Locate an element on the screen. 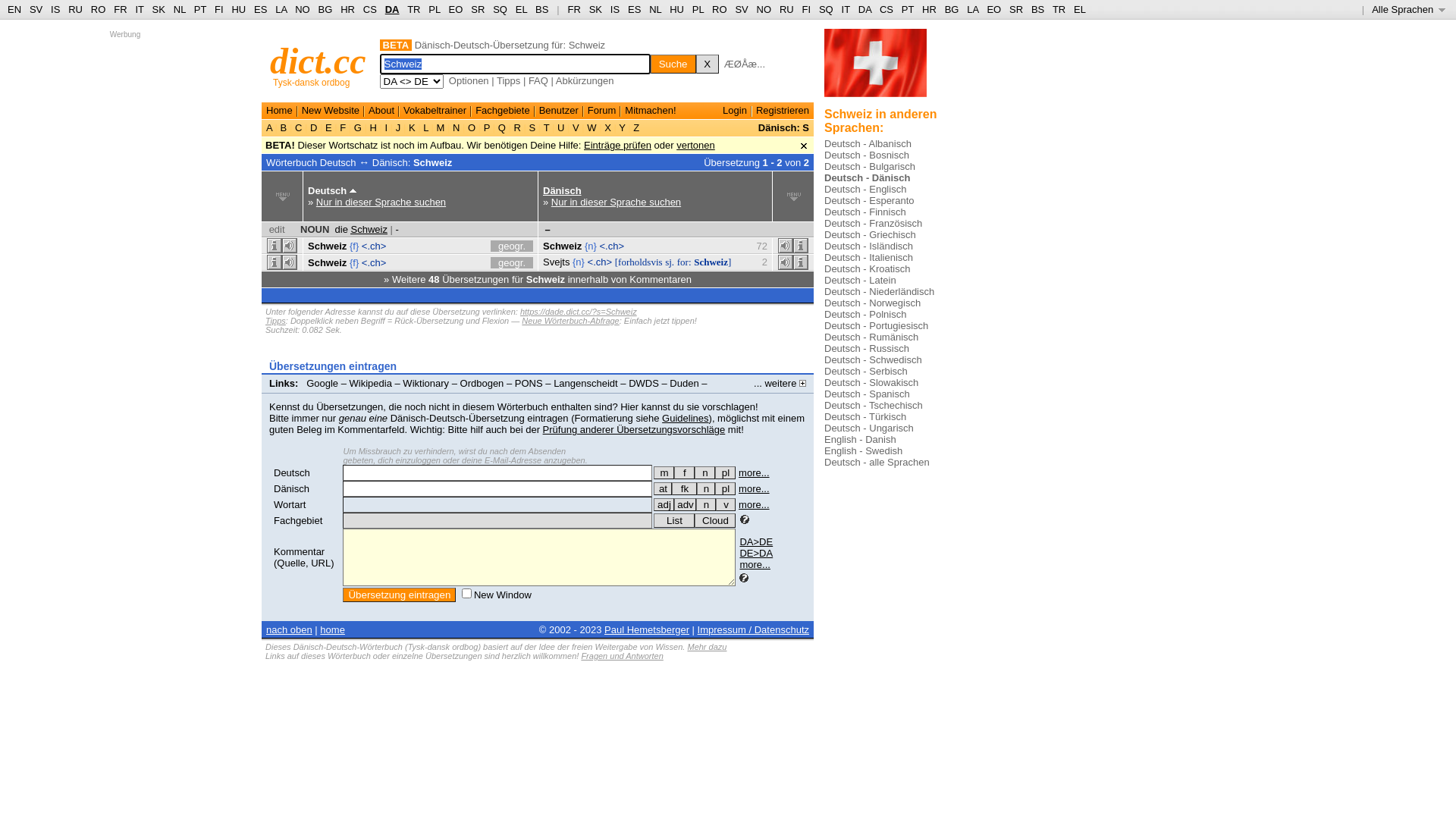 The width and height of the screenshot is (1456, 819). 'edit' is located at coordinates (277, 229).